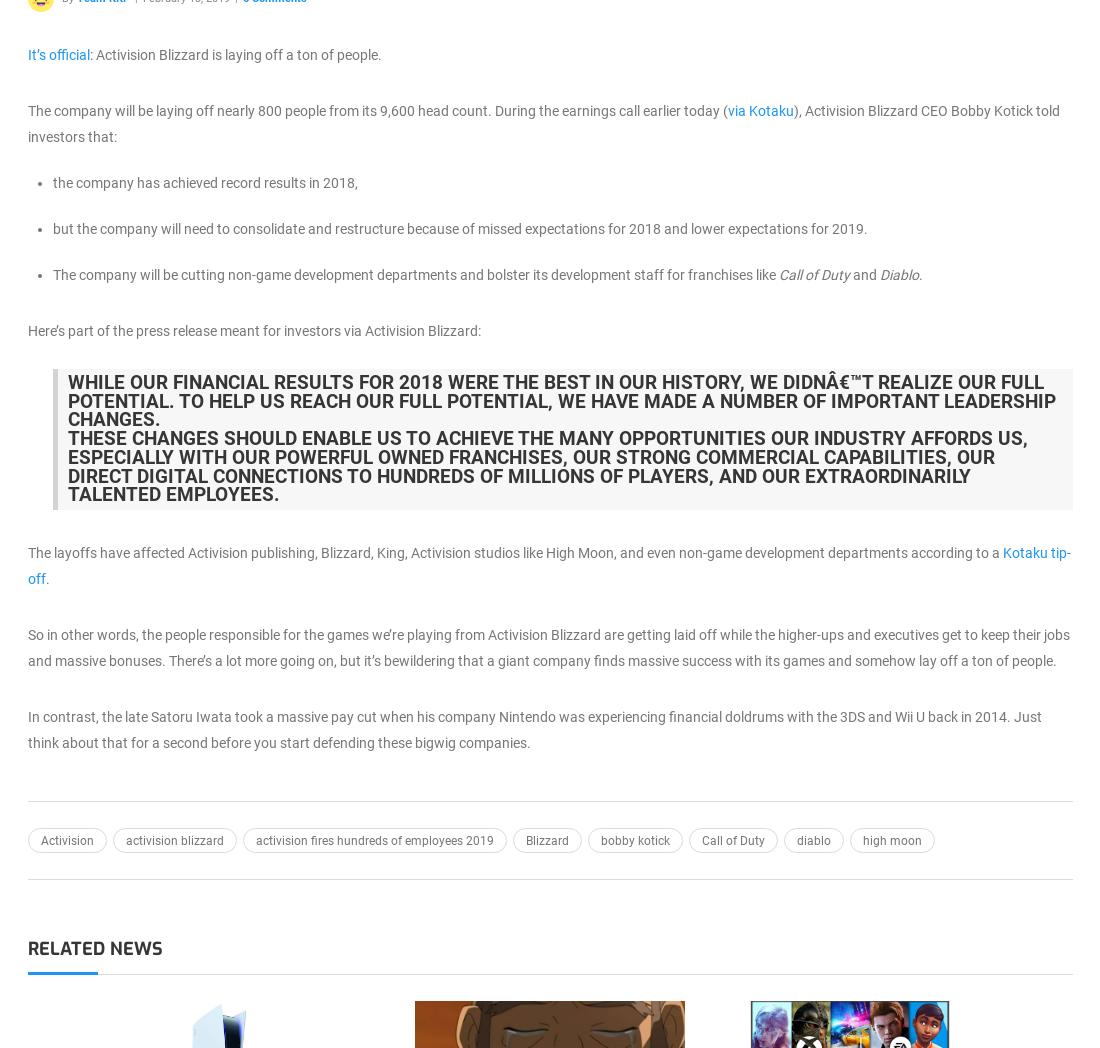 Image resolution: width=1100 pixels, height=1048 pixels. Describe the element at coordinates (25, 729) in the screenshot. I see `'In contrast, the late Satoru Iwata took a massive pay cut when his company Nintendo was experiencing financial doldrums with the 3DS and Wii U back in 2014. Just think about that for a second before you start defending these bigwig companies.'` at that location.